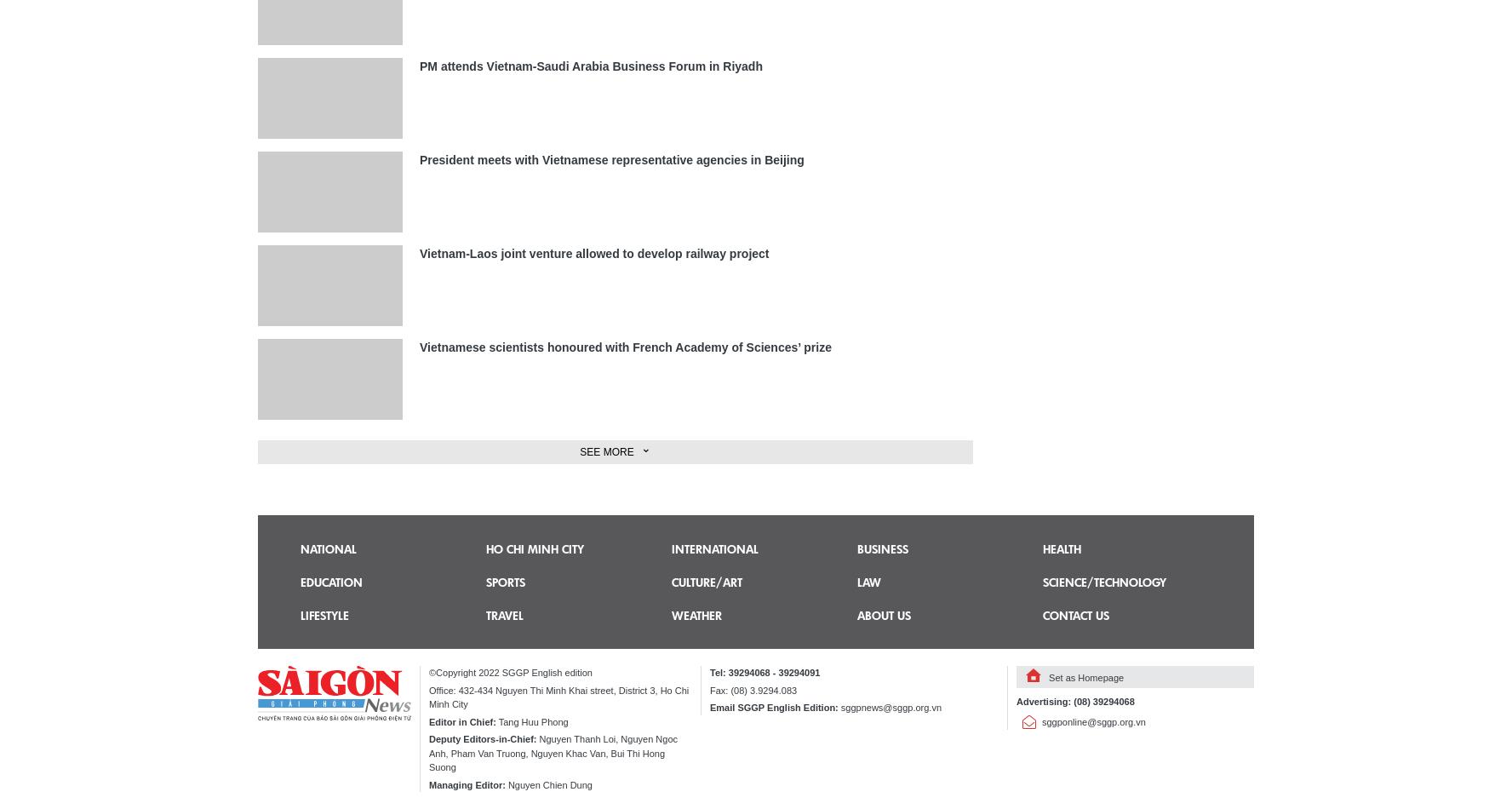  I want to click on 'Advertising: (08) 39294068', so click(1074, 699).